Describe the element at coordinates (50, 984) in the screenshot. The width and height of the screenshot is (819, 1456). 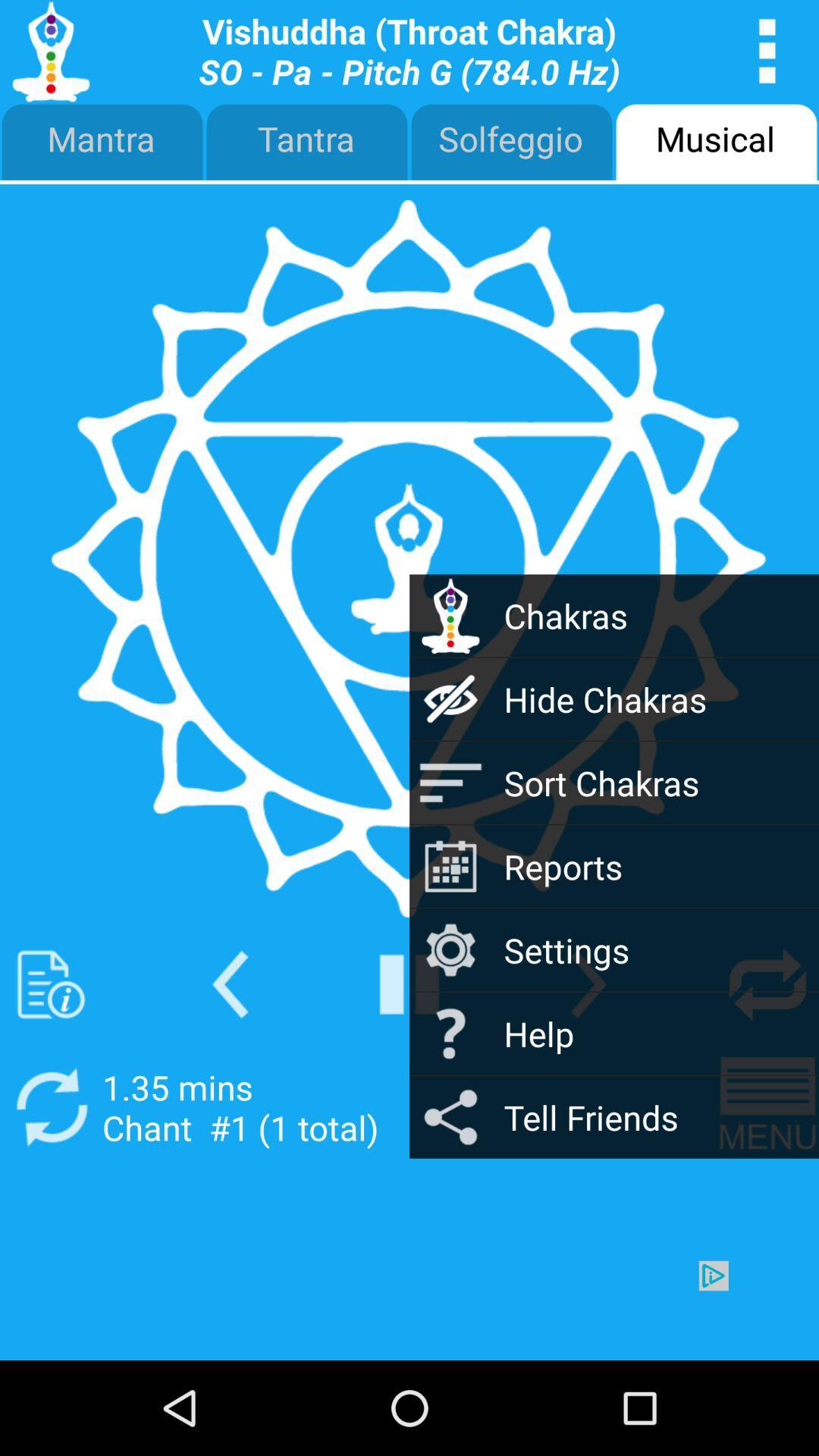
I see `twitter` at that location.